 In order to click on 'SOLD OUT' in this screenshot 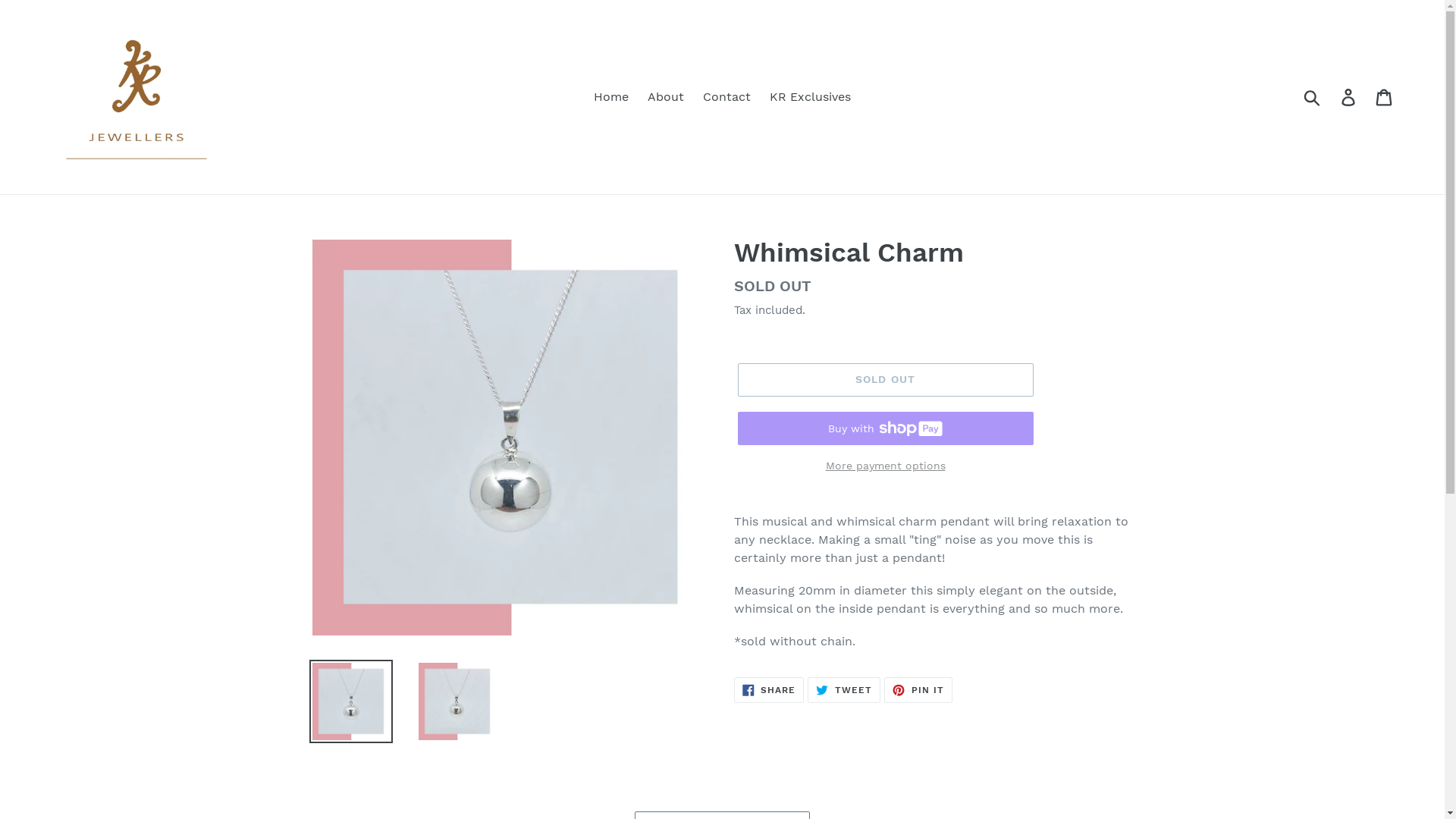, I will do `click(736, 379)`.